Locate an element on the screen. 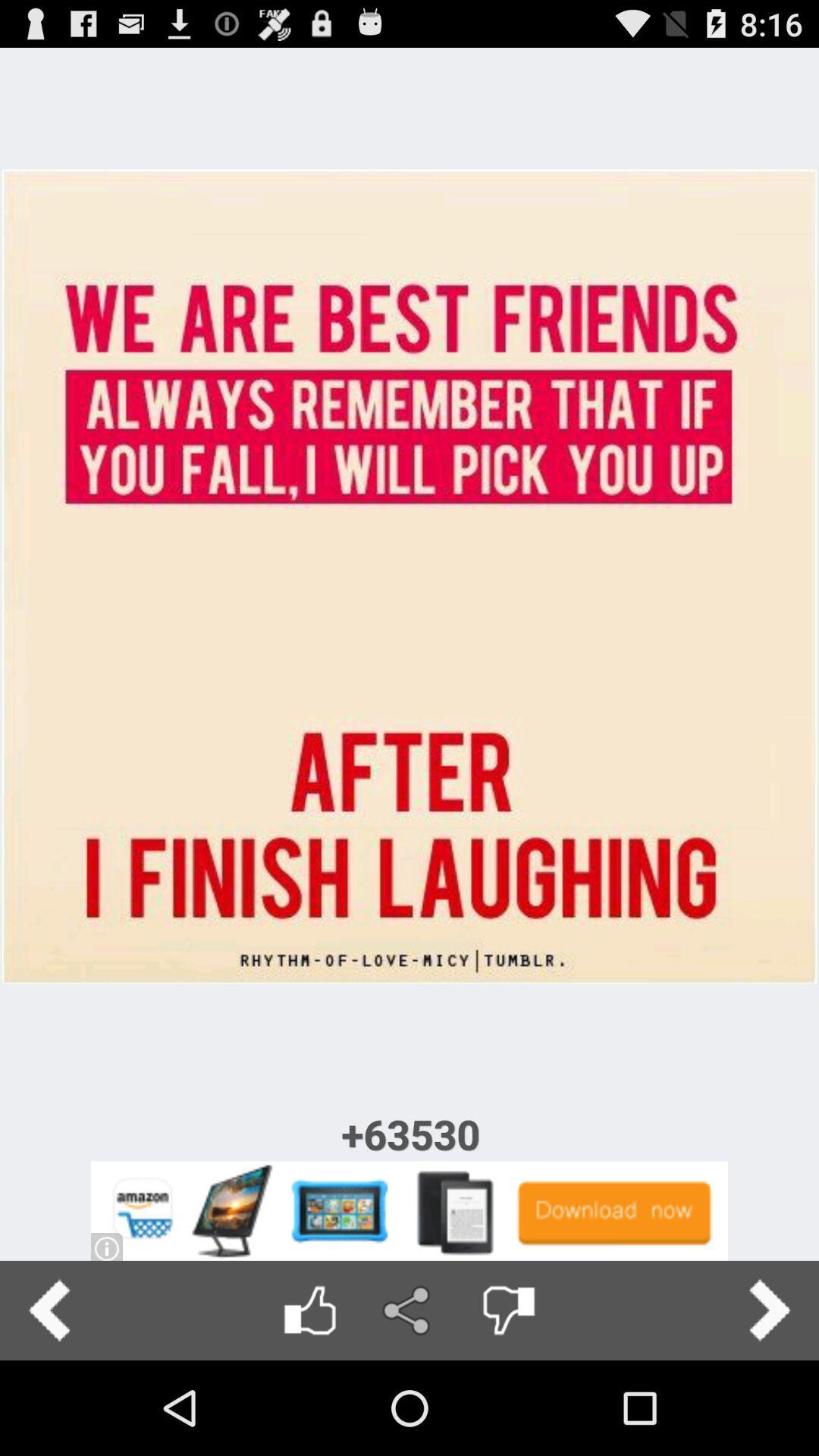 The width and height of the screenshot is (819, 1456). the thumbs_down icon is located at coordinates (508, 1401).